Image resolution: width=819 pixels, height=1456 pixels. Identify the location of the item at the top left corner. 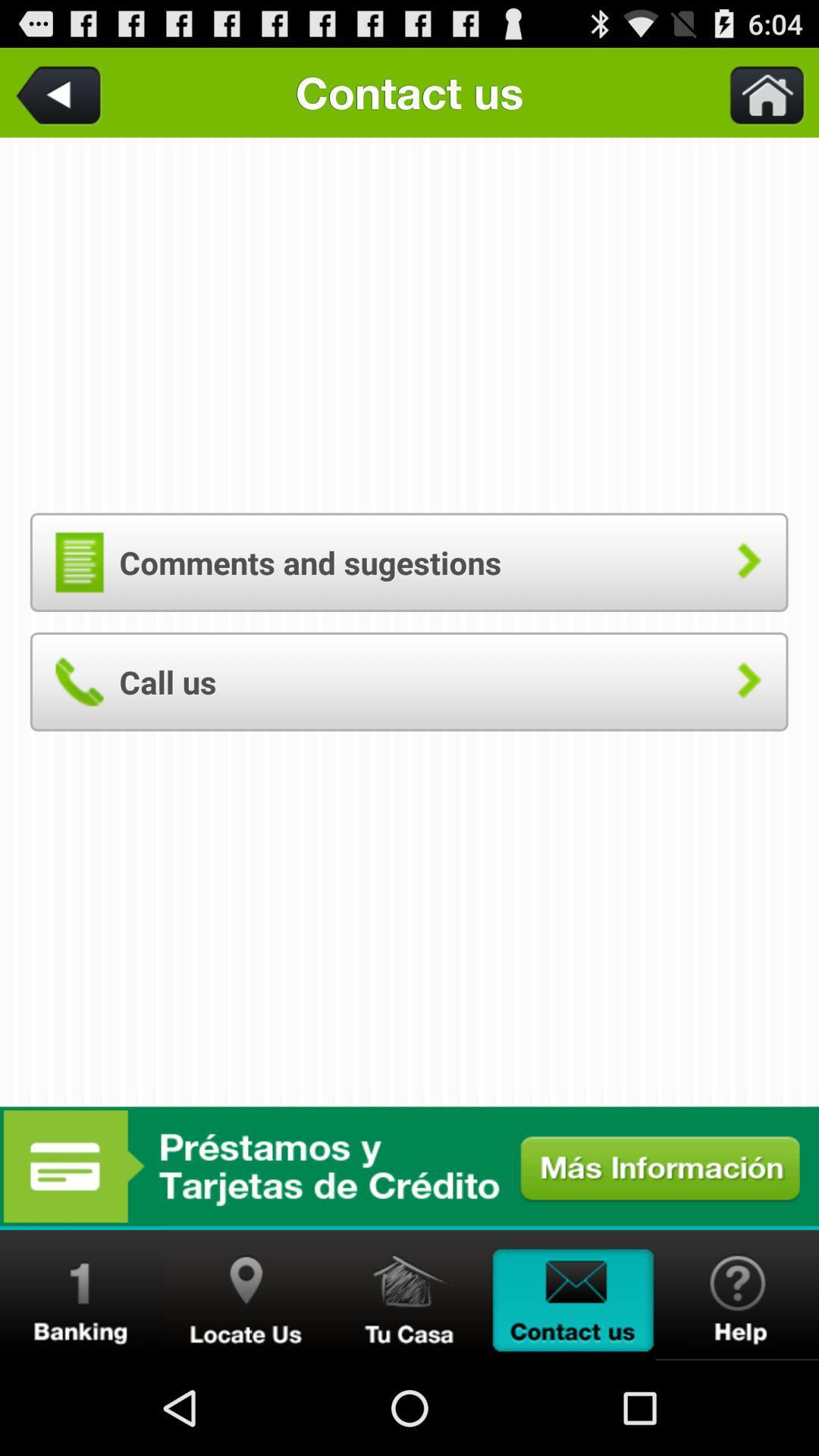
(61, 92).